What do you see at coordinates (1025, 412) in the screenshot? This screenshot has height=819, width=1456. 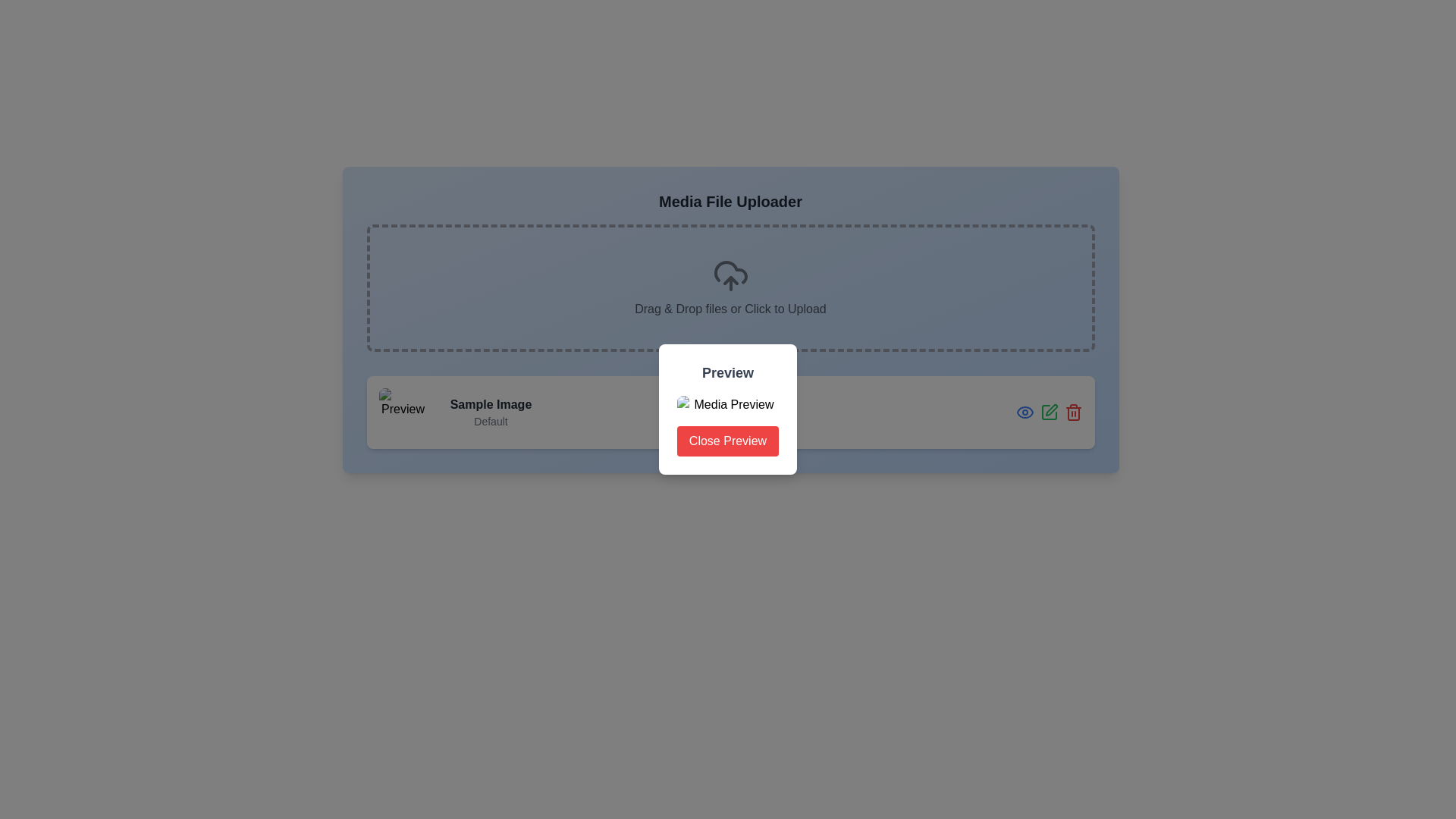 I see `the eye icon button located in the bottom-right corner of the interface` at bounding box center [1025, 412].